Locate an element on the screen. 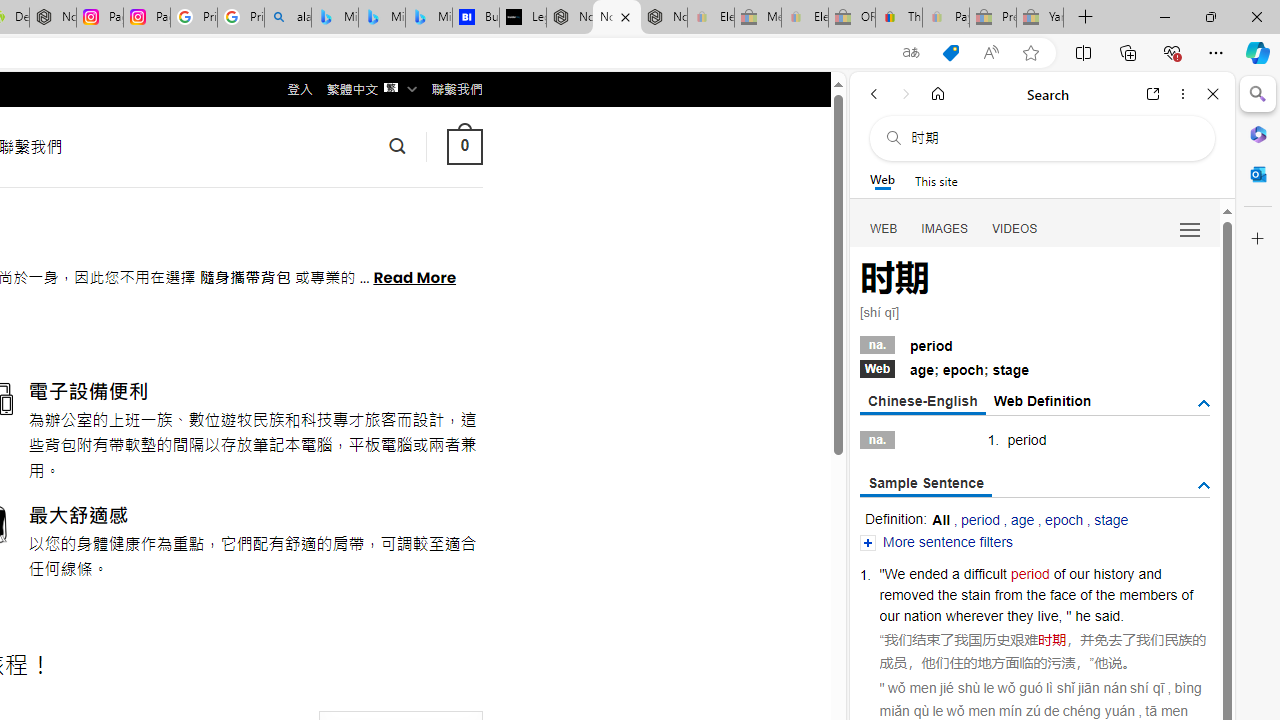 This screenshot has width=1280, height=720. 'Preferences' is located at coordinates (1189, 227).